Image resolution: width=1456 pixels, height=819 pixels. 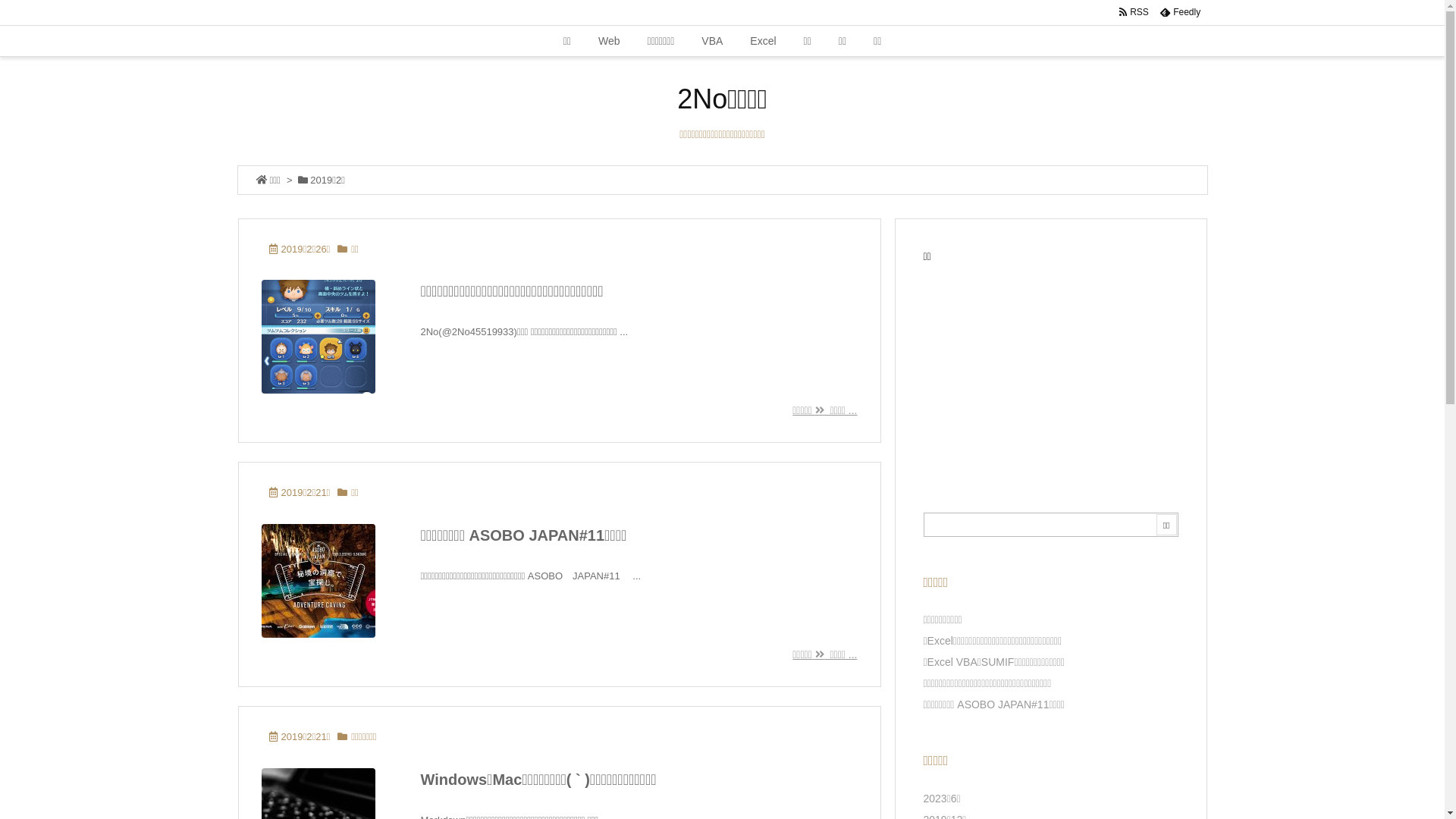 I want to click on '  RSS ', so click(x=1133, y=11).